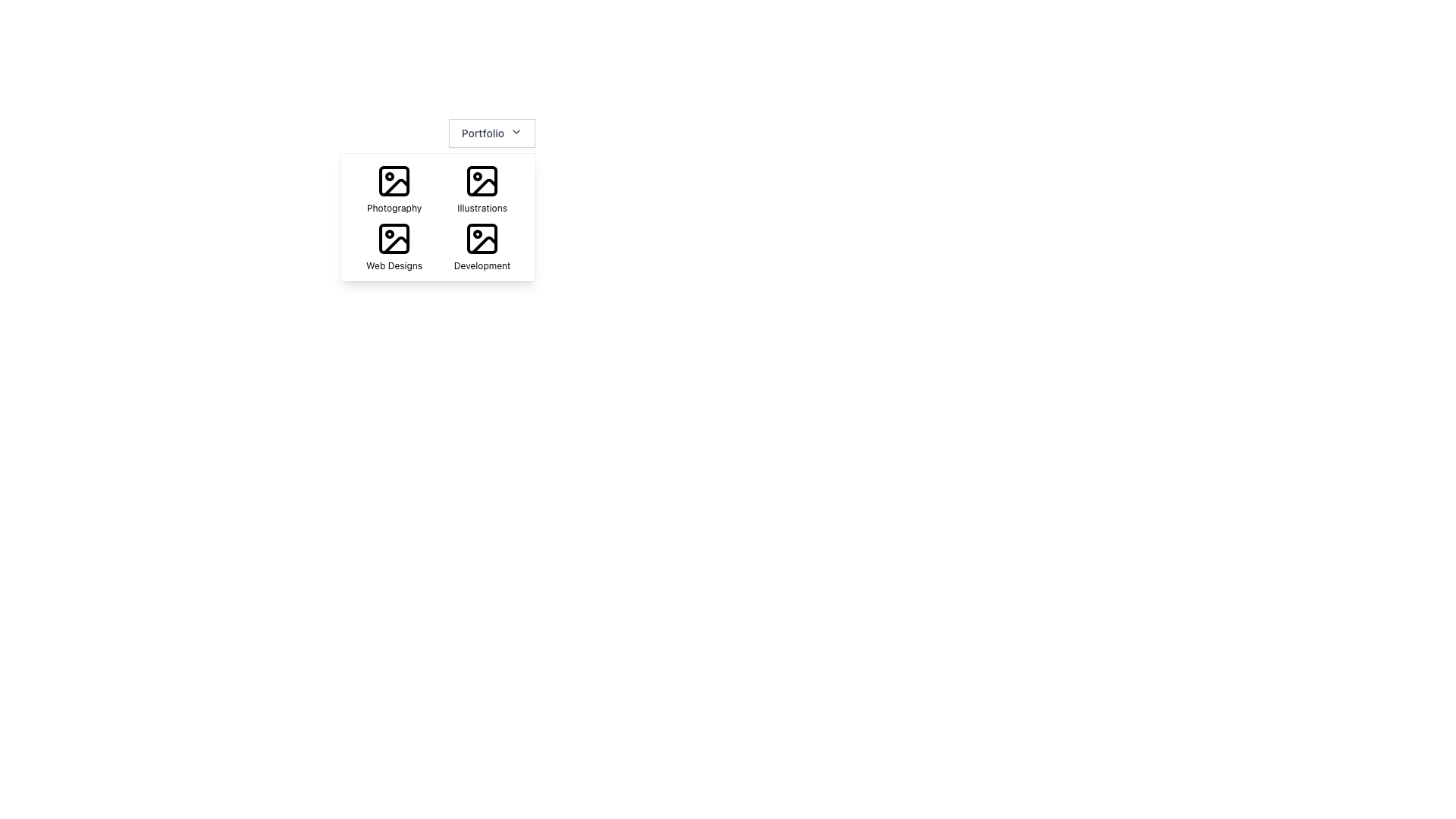 Image resolution: width=1456 pixels, height=819 pixels. Describe the element at coordinates (482, 208) in the screenshot. I see `the 'Illustrations' text label, which is styled in a small-sized sans-serif font and positioned below an image icon in the top-right quadrant of the grid` at that location.